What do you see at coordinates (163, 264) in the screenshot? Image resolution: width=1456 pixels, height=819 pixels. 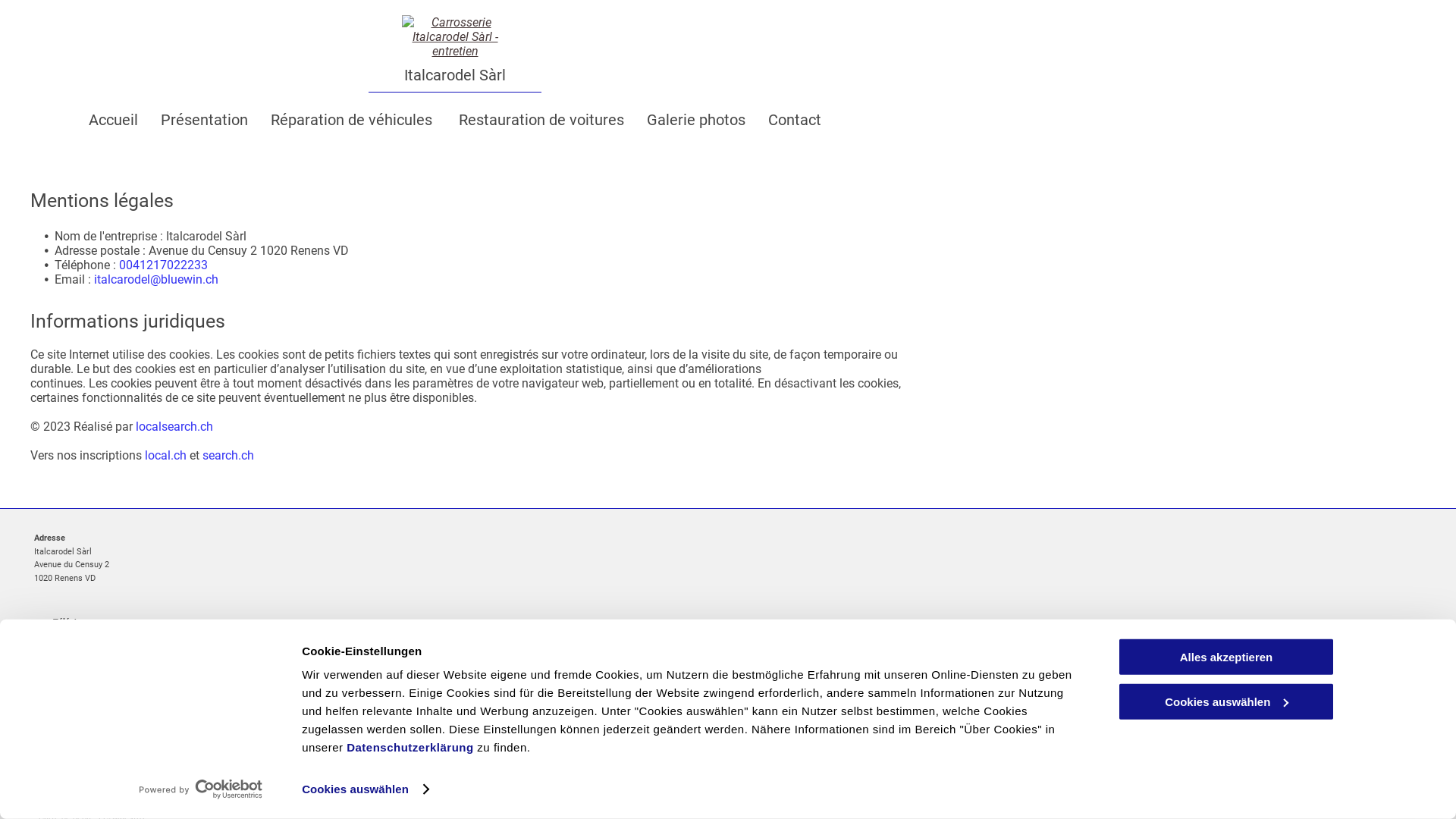 I see `'0041217022233'` at bounding box center [163, 264].